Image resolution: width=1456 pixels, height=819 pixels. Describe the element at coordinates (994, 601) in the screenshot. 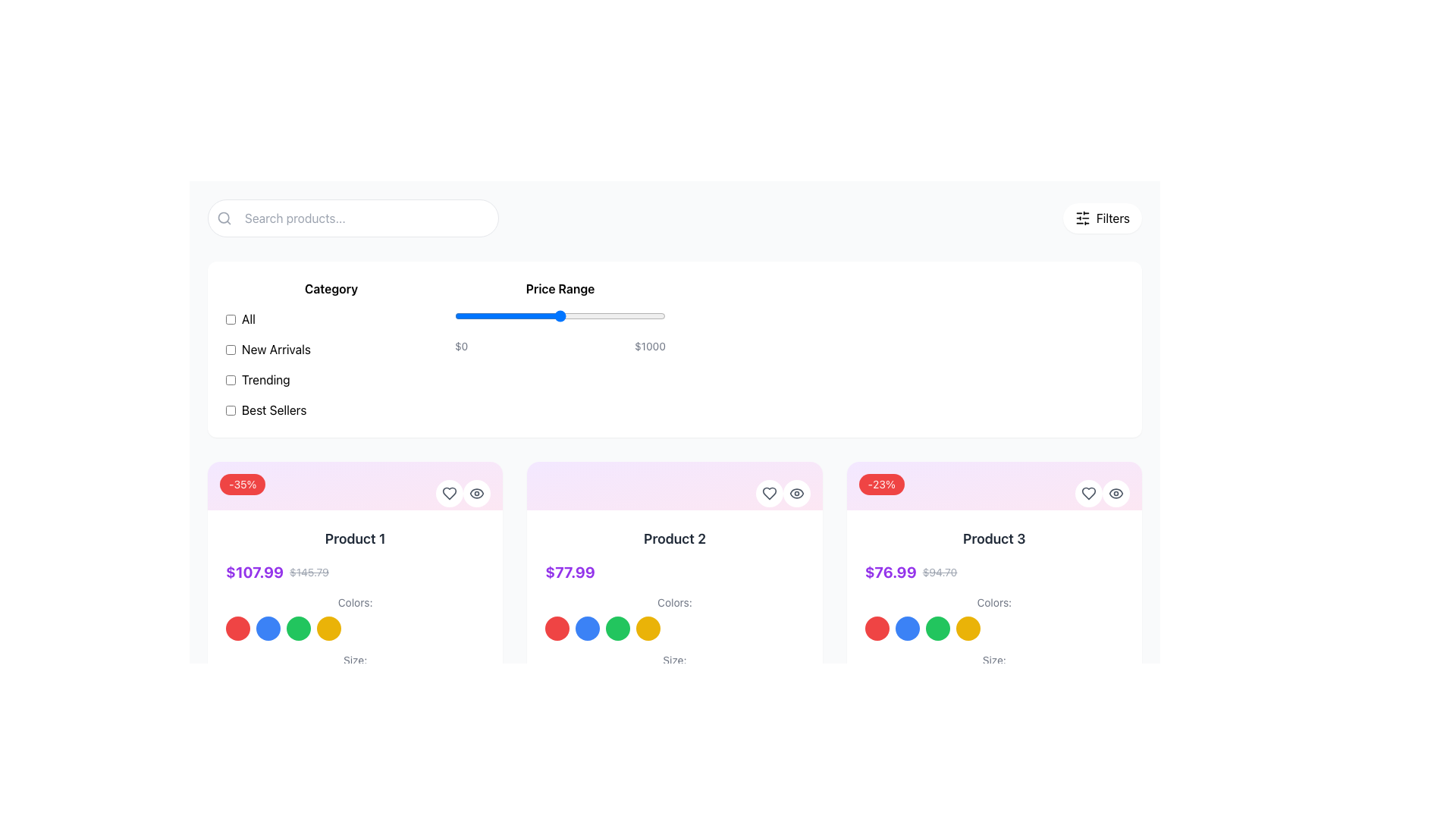

I see `the 'Colors:' label, which is styled with a small font size and gray color, located in the third product card's details section above the color options` at that location.